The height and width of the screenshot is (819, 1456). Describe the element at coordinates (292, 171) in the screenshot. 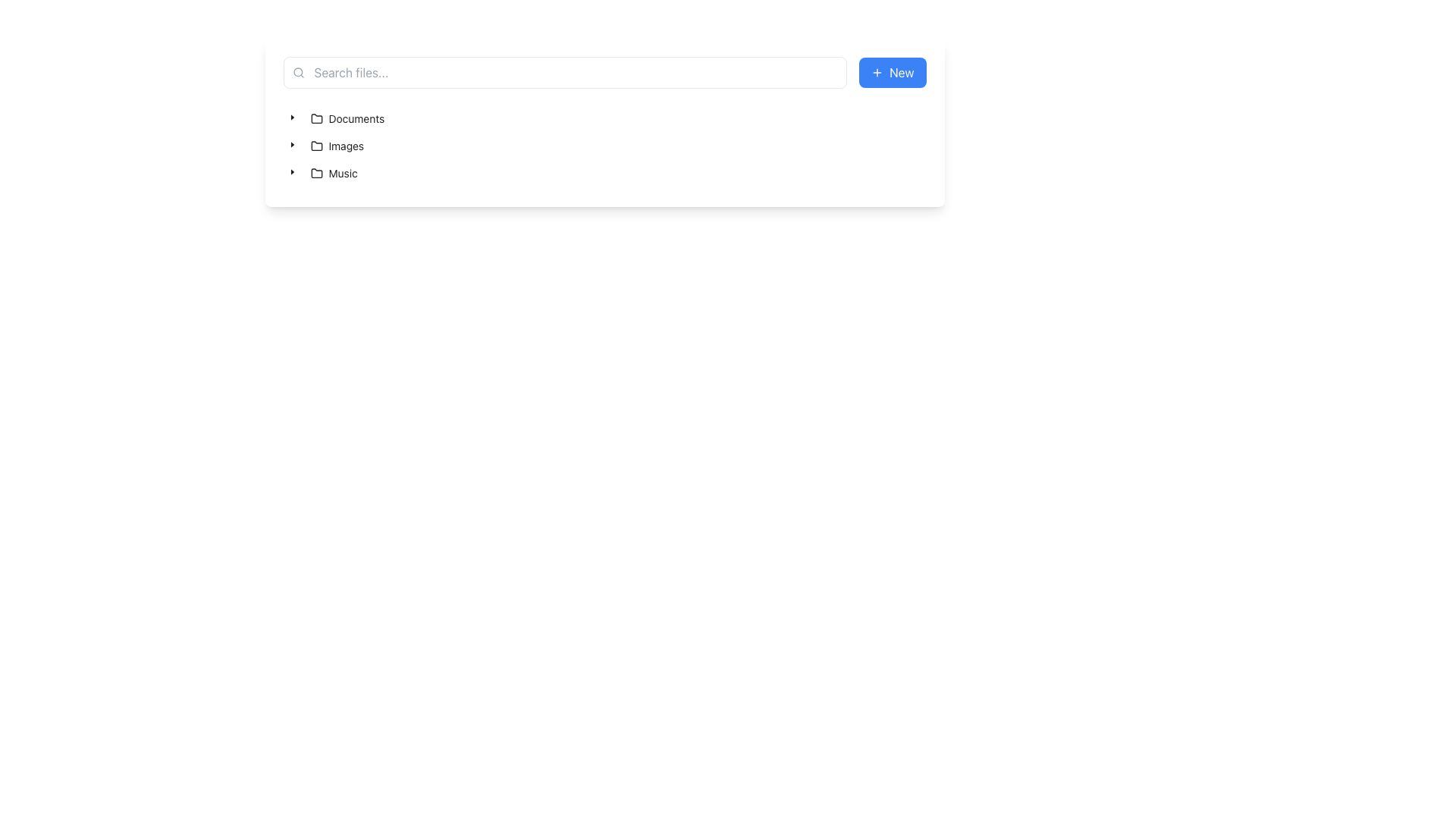

I see `the Caret toggle icon` at that location.